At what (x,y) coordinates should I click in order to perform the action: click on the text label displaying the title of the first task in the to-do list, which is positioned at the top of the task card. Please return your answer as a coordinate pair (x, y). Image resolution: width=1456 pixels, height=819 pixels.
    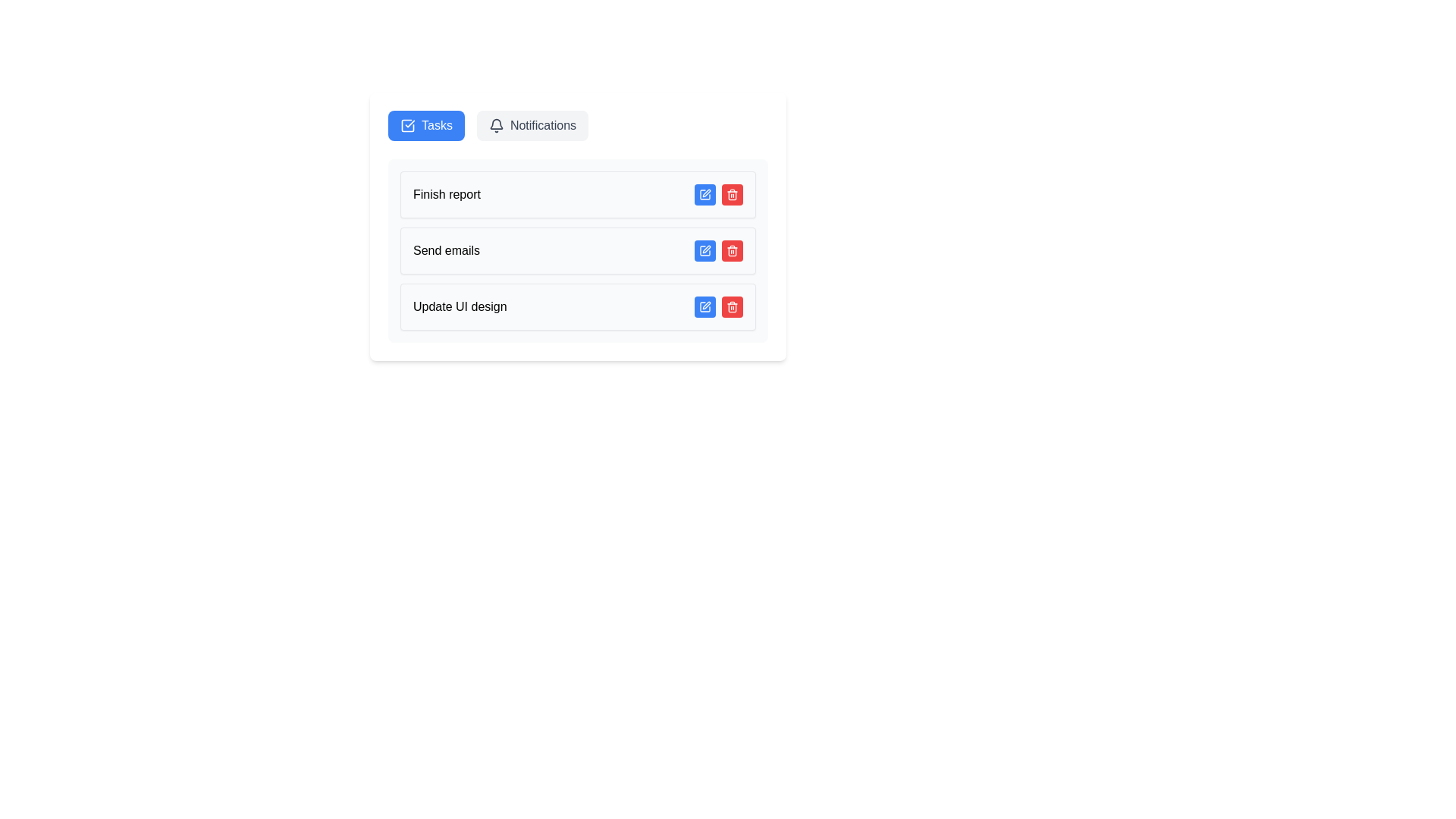
    Looking at the image, I should click on (446, 194).